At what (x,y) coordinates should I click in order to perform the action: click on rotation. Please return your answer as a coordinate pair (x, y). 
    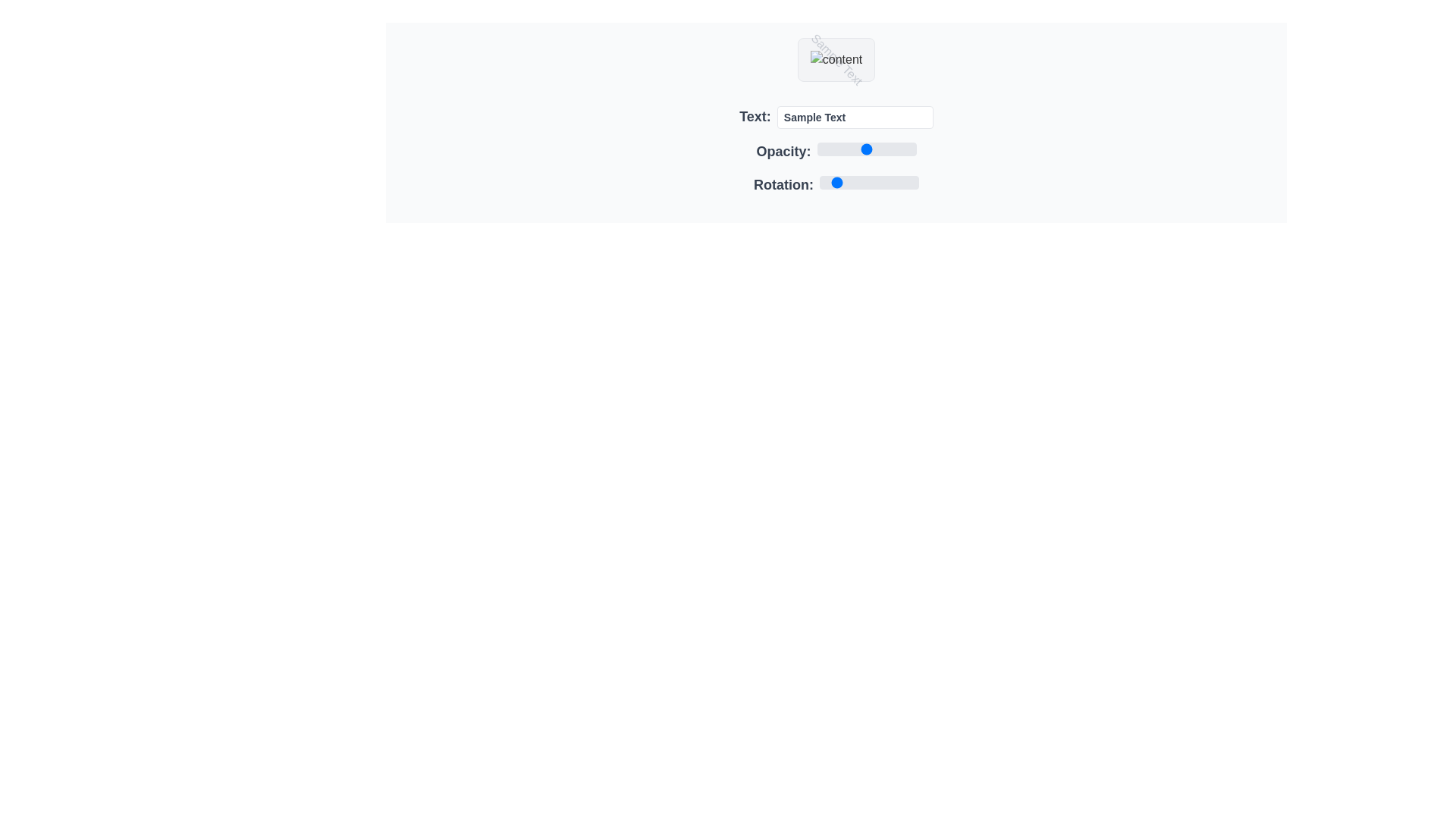
    Looking at the image, I should click on (889, 181).